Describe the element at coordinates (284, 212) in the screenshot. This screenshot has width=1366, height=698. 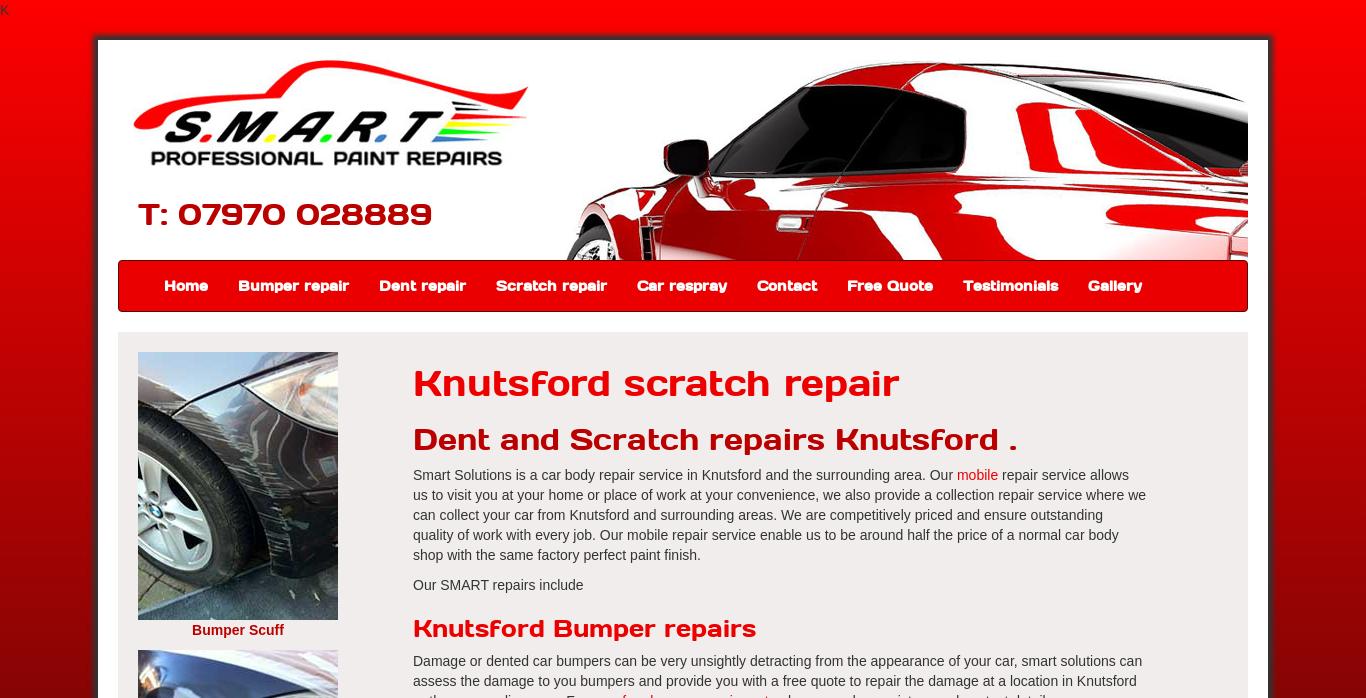
I see `'T: 07970 028889'` at that location.